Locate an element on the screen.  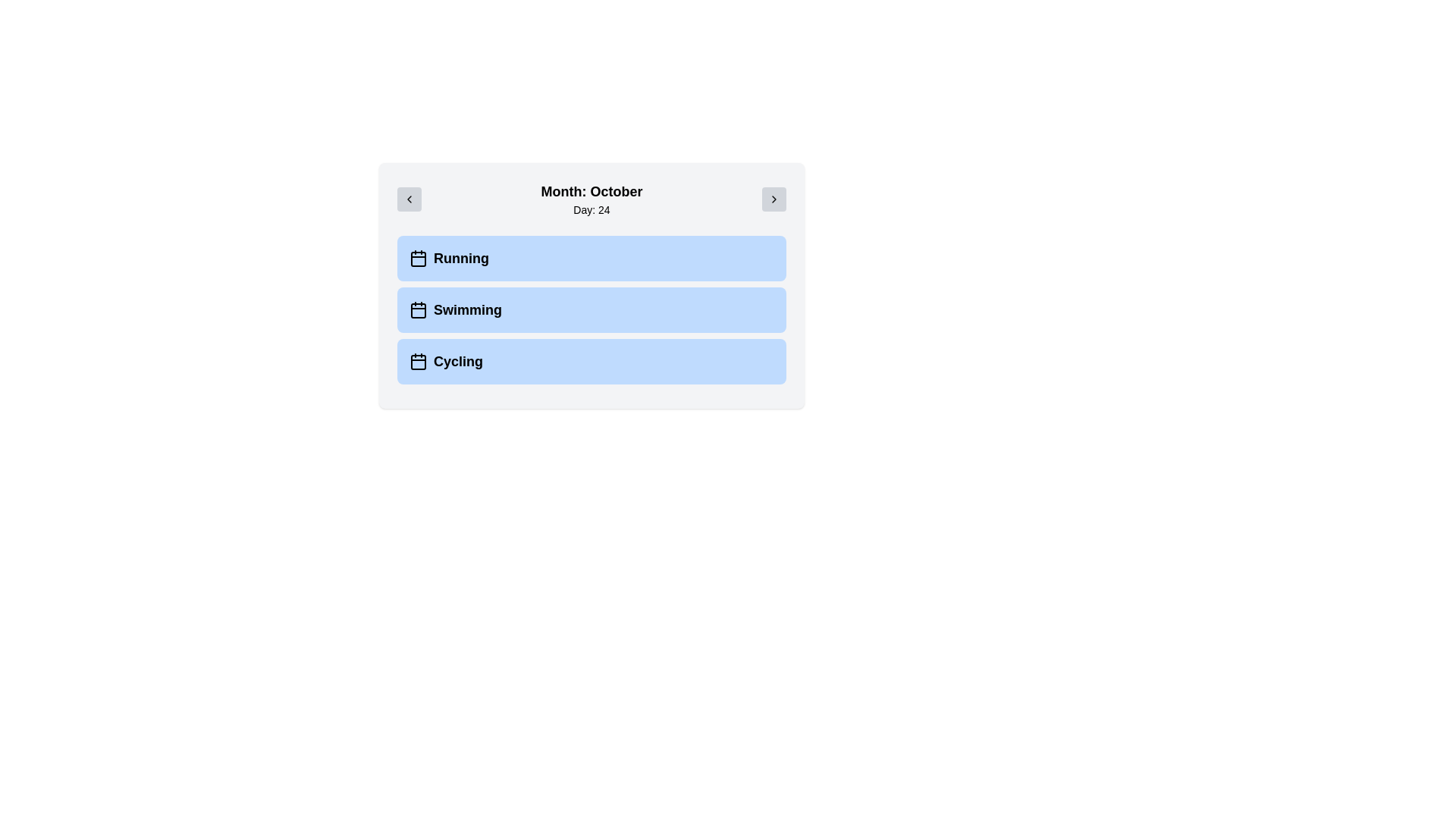
the calendar icon located at the beginning of the row containing the 'Swimming' label to interact with the calendar functionality is located at coordinates (419, 309).